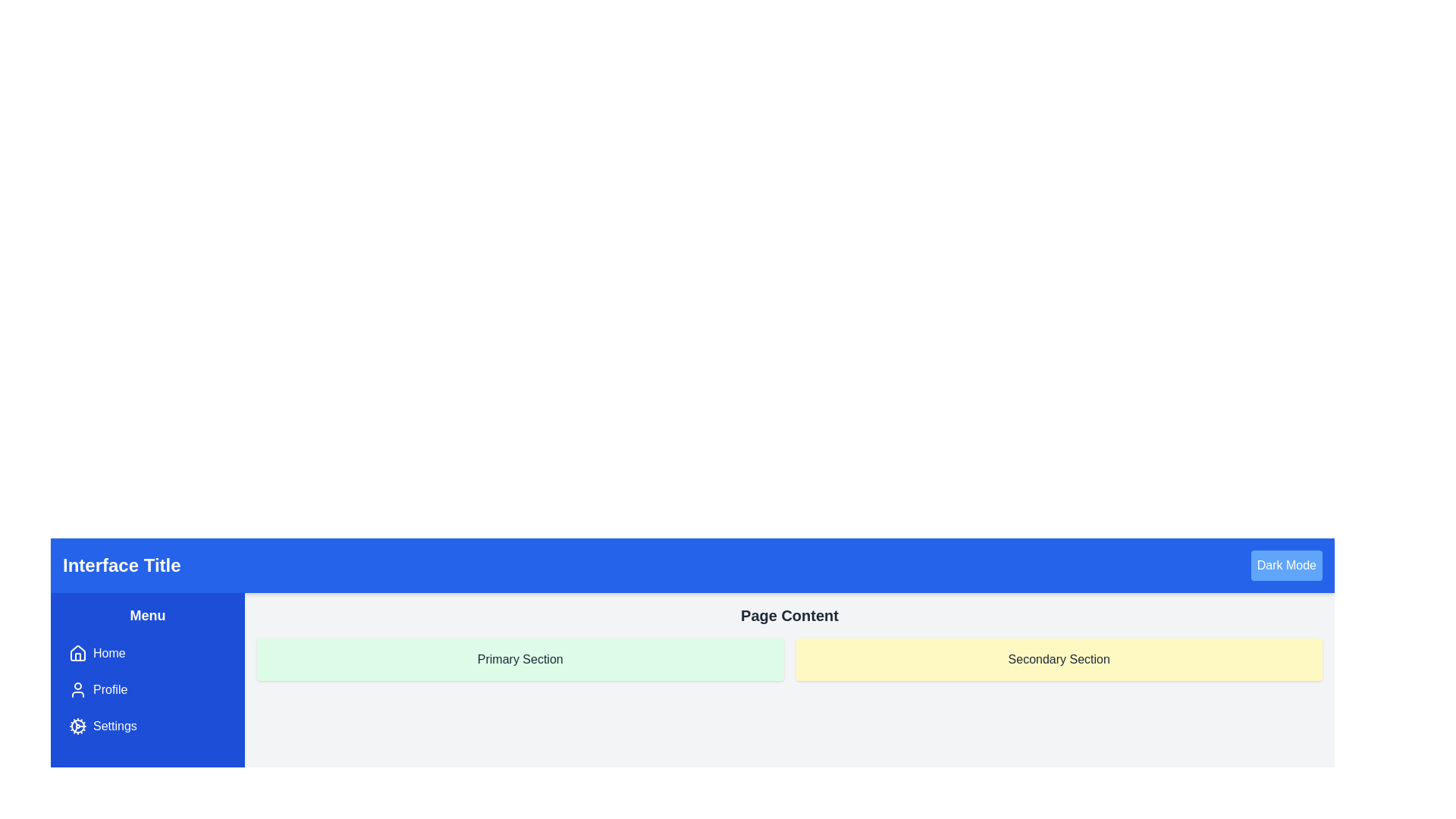  What do you see at coordinates (121, 565) in the screenshot?
I see `the 'Interface Title' text label, which is styled in bold white font on a blue background, located on the left side of the header bar` at bounding box center [121, 565].